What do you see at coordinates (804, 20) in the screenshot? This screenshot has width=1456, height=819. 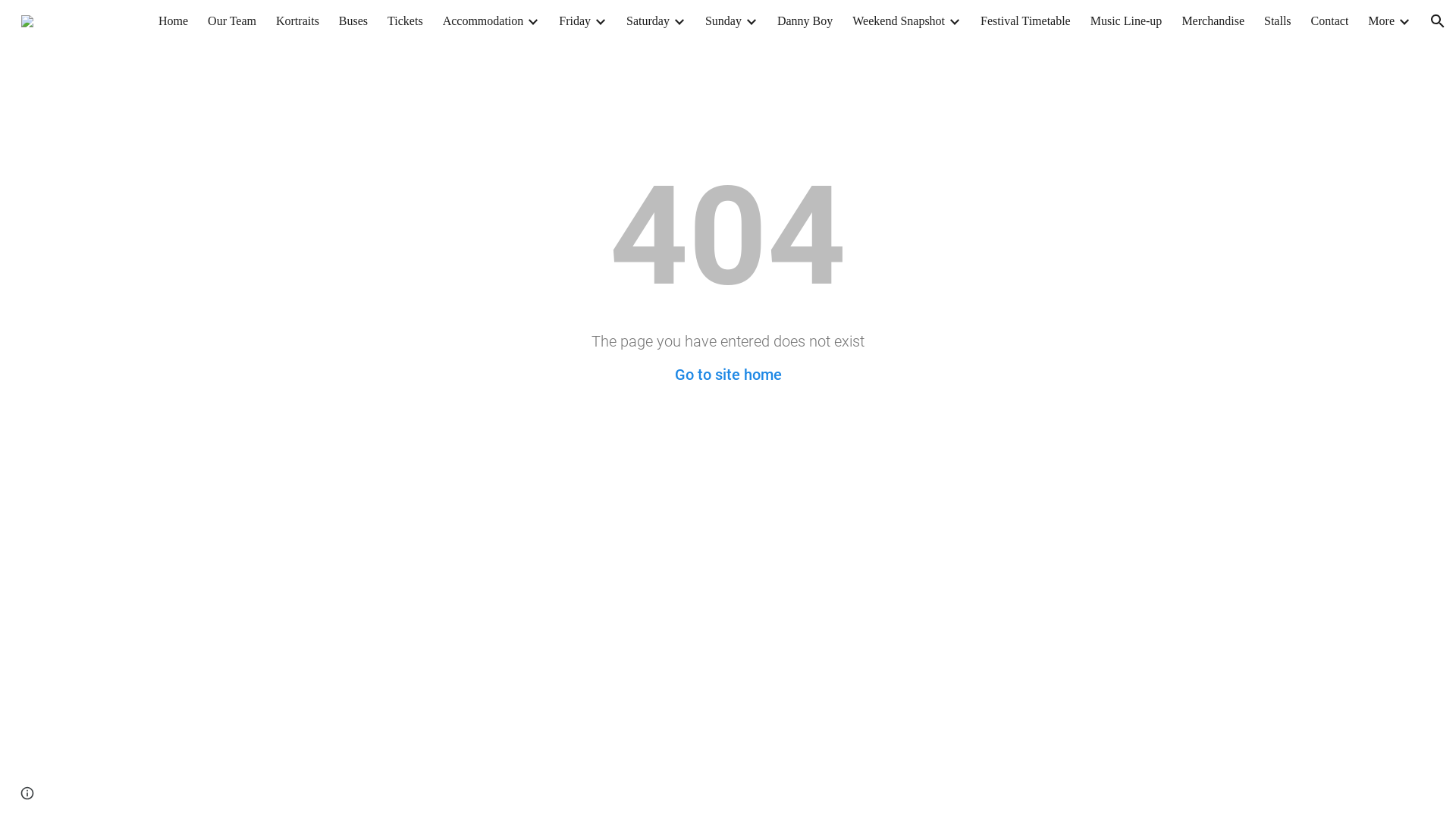 I see `'Danny Boy'` at bounding box center [804, 20].